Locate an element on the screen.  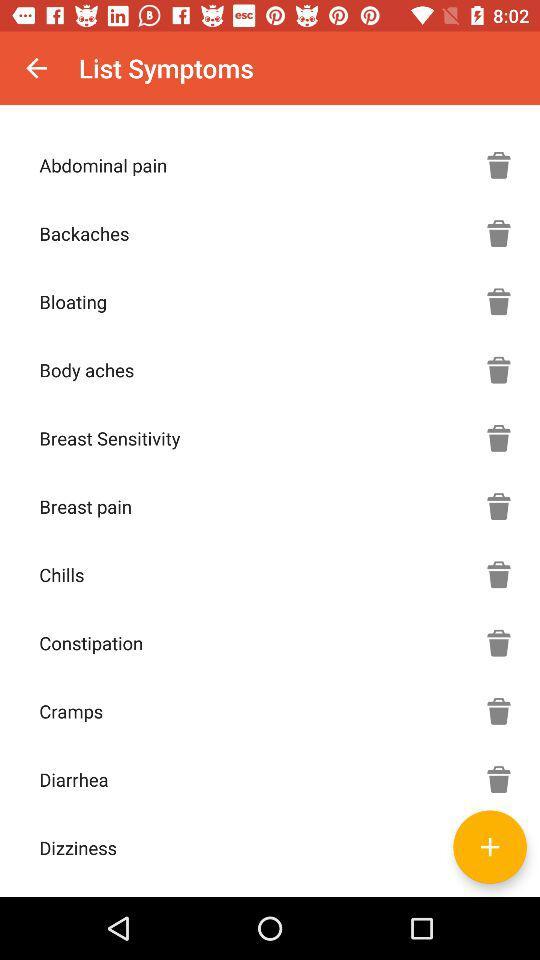
delete symptom is located at coordinates (498, 574).